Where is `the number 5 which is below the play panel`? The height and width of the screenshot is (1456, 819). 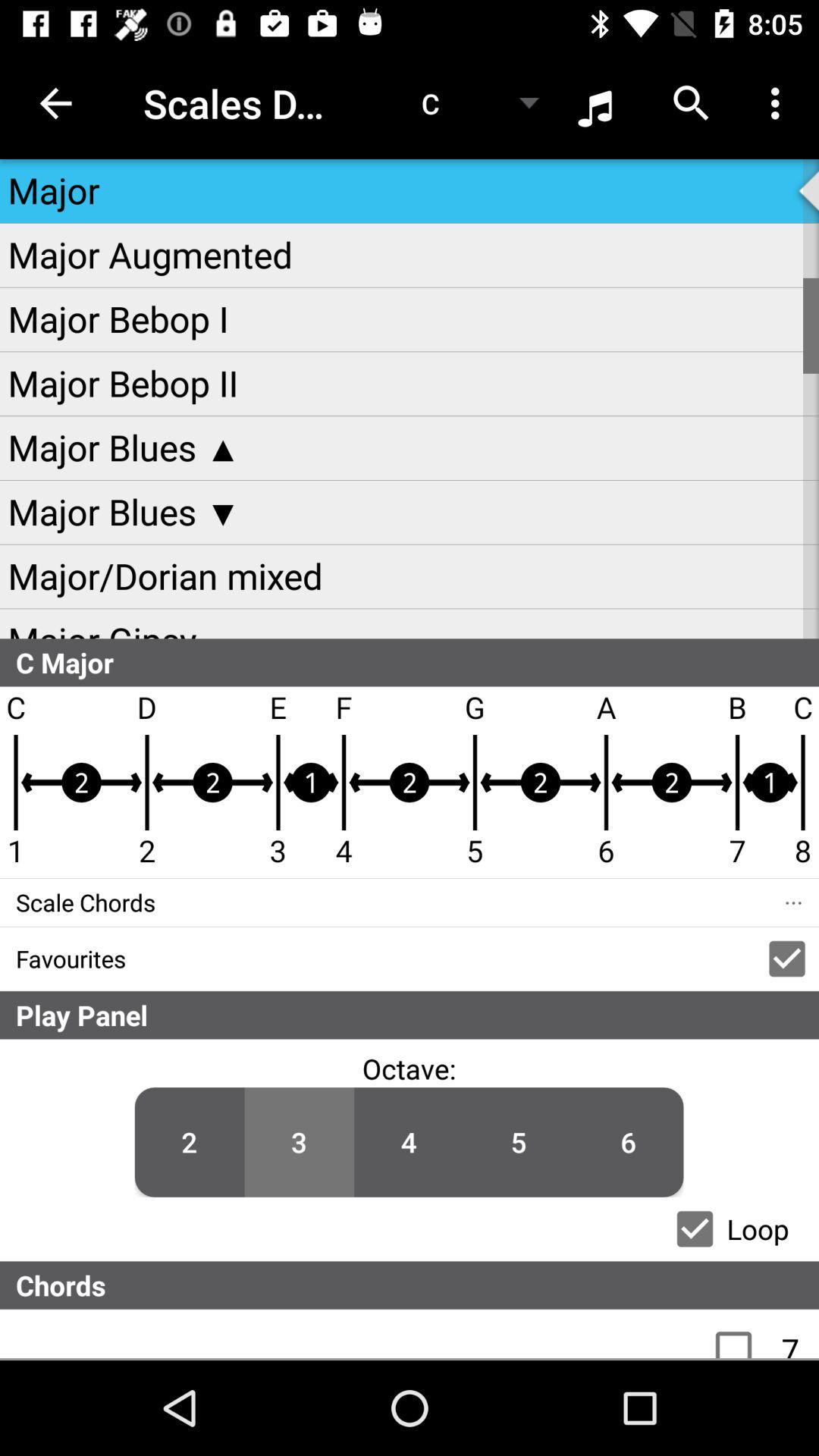 the number 5 which is below the play panel is located at coordinates (518, 1142).